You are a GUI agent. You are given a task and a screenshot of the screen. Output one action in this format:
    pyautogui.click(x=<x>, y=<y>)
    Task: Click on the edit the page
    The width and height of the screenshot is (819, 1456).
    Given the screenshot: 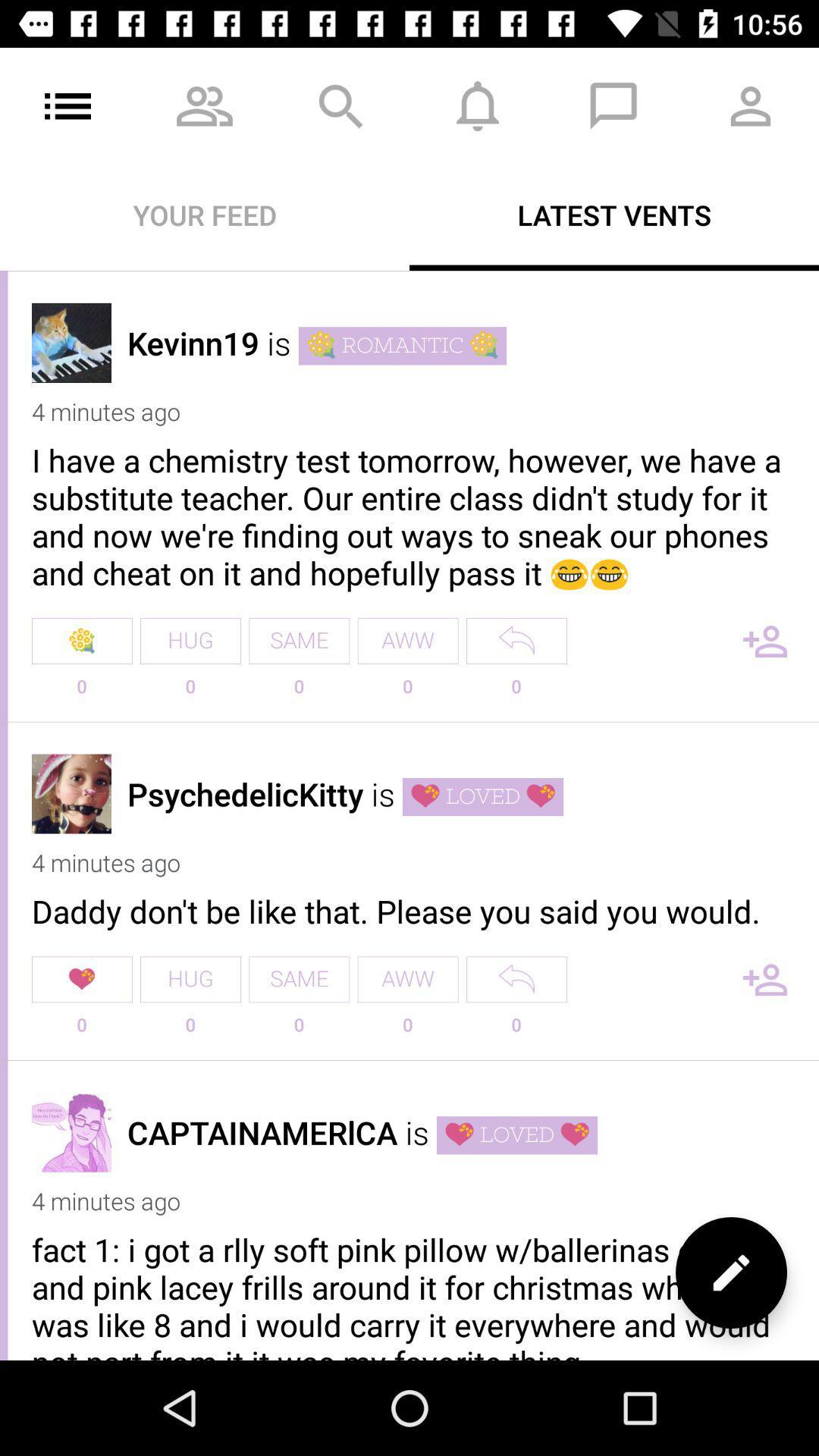 What is the action you would take?
    pyautogui.click(x=730, y=1272)
    